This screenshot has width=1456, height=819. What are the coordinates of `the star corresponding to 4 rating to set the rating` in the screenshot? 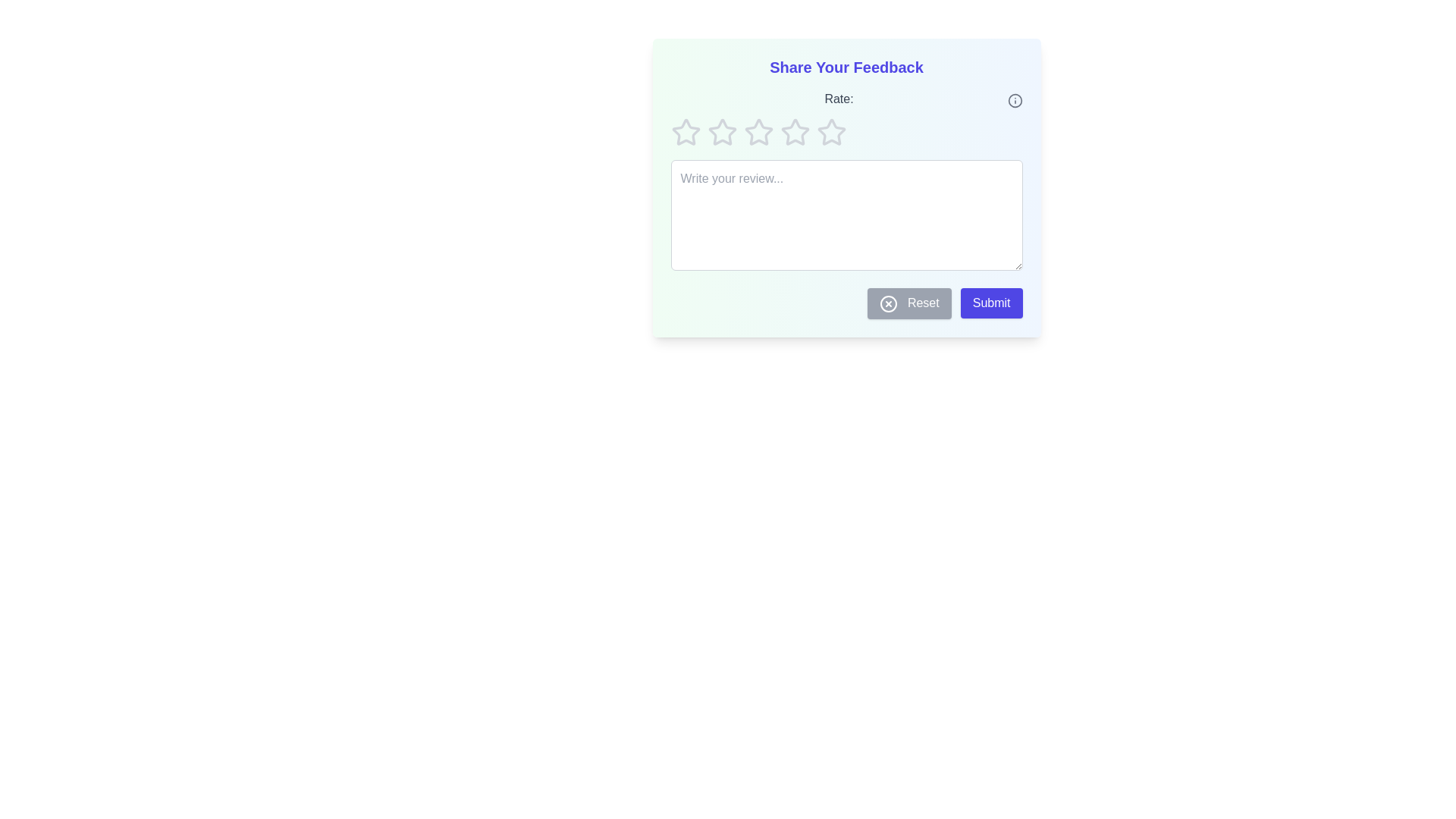 It's located at (794, 131).